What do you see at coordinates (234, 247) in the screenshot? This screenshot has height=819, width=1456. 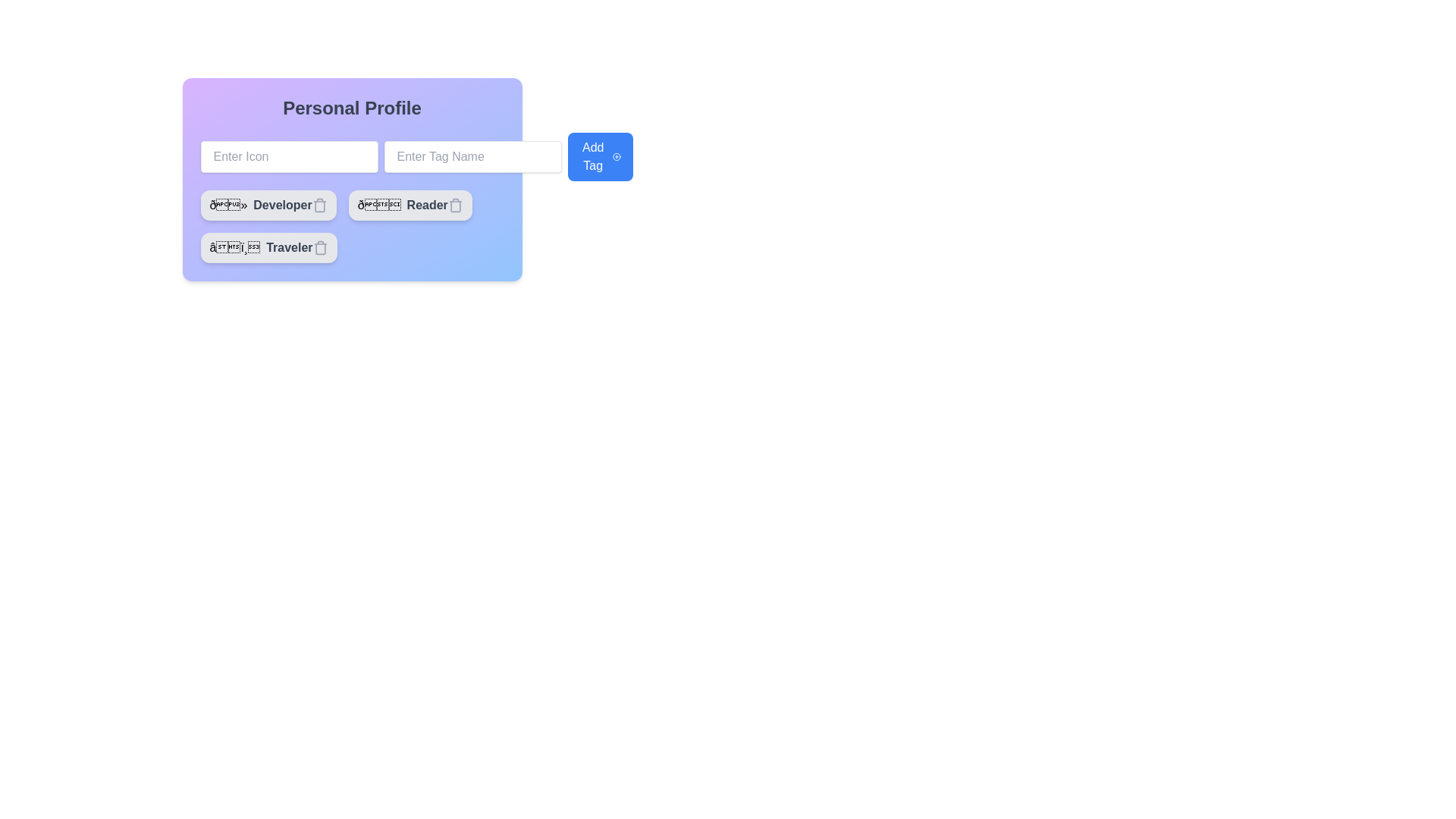 I see `the emoji-like character styled with a slight margin on the right, located at the left side of the 'Traveler' button` at bounding box center [234, 247].